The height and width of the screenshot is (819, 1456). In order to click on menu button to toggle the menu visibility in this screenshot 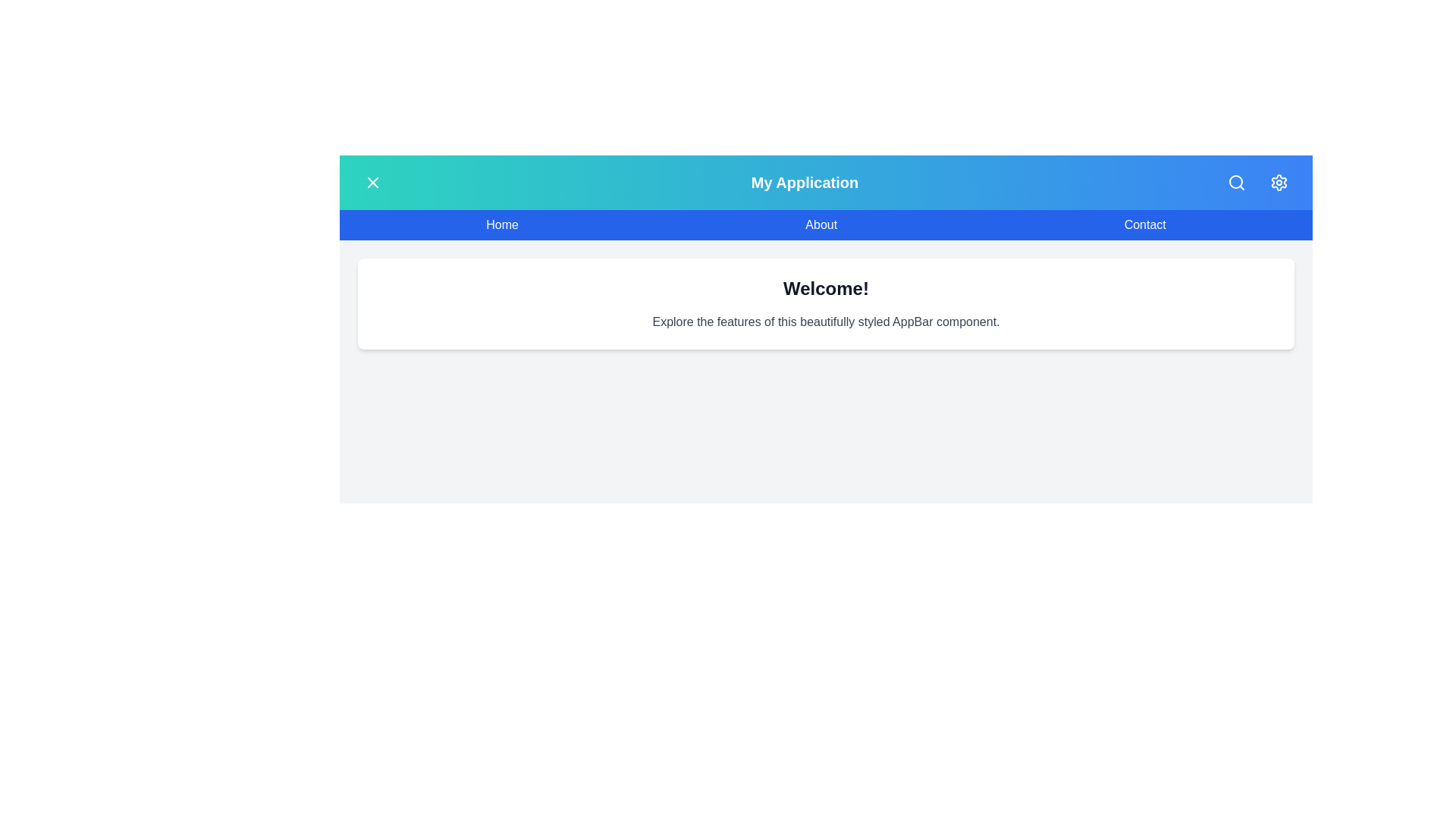, I will do `click(372, 181)`.